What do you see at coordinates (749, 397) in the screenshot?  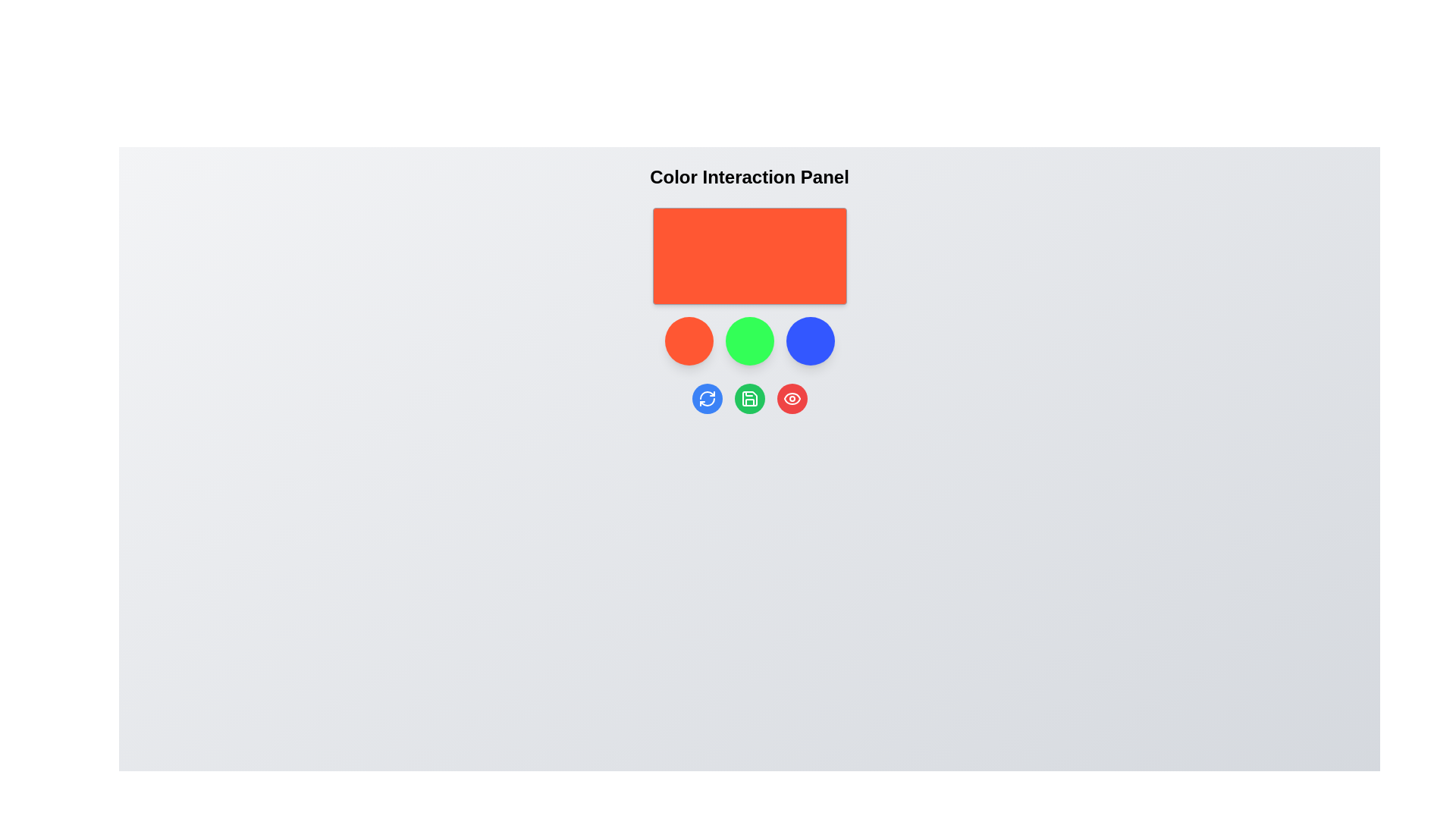 I see `the circular green button with a floppy disk icon located in the row of rounded icon buttons under the 'Color Interaction Panel'` at bounding box center [749, 397].